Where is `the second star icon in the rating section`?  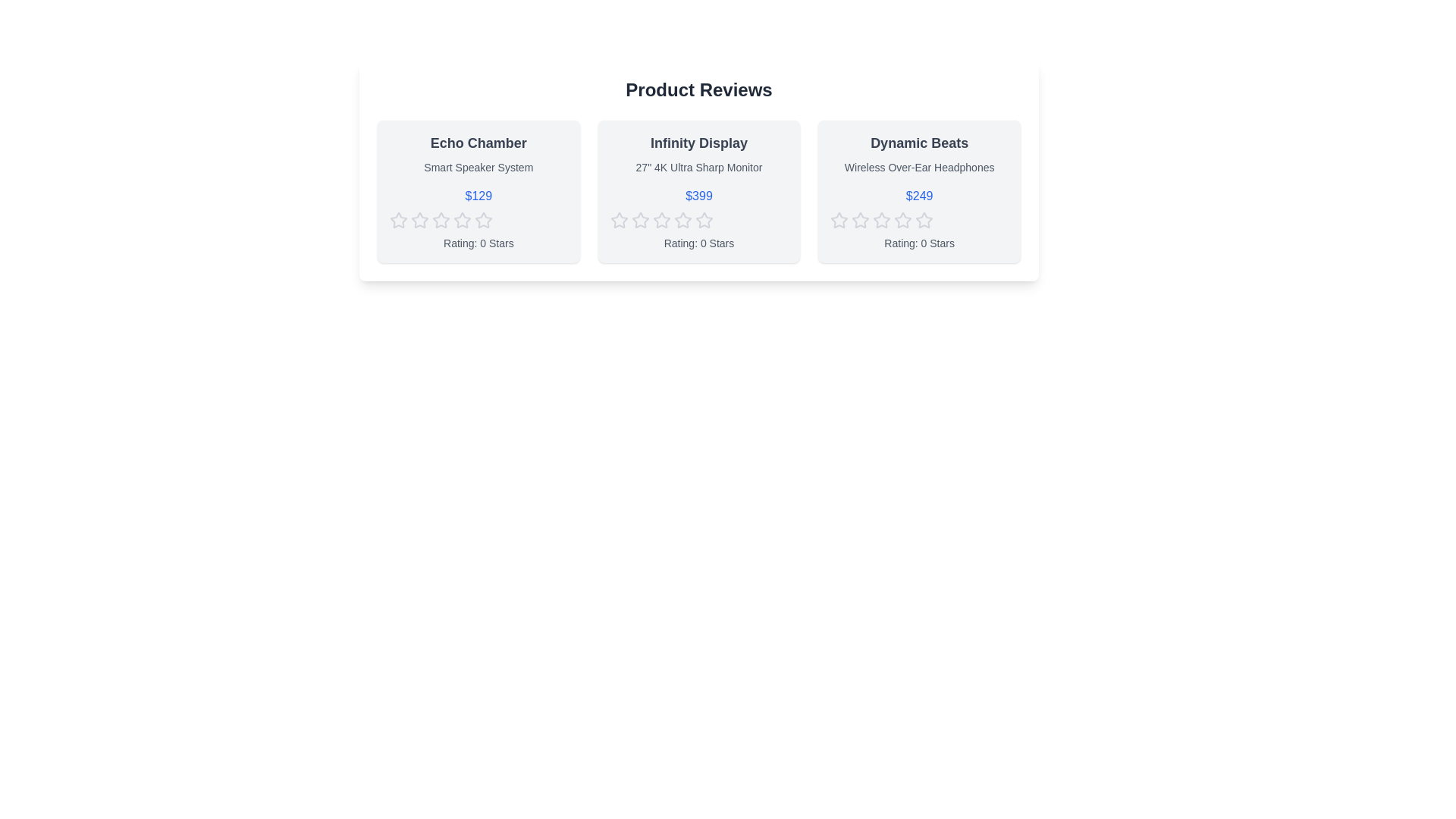
the second star icon in the rating section is located at coordinates (661, 220).